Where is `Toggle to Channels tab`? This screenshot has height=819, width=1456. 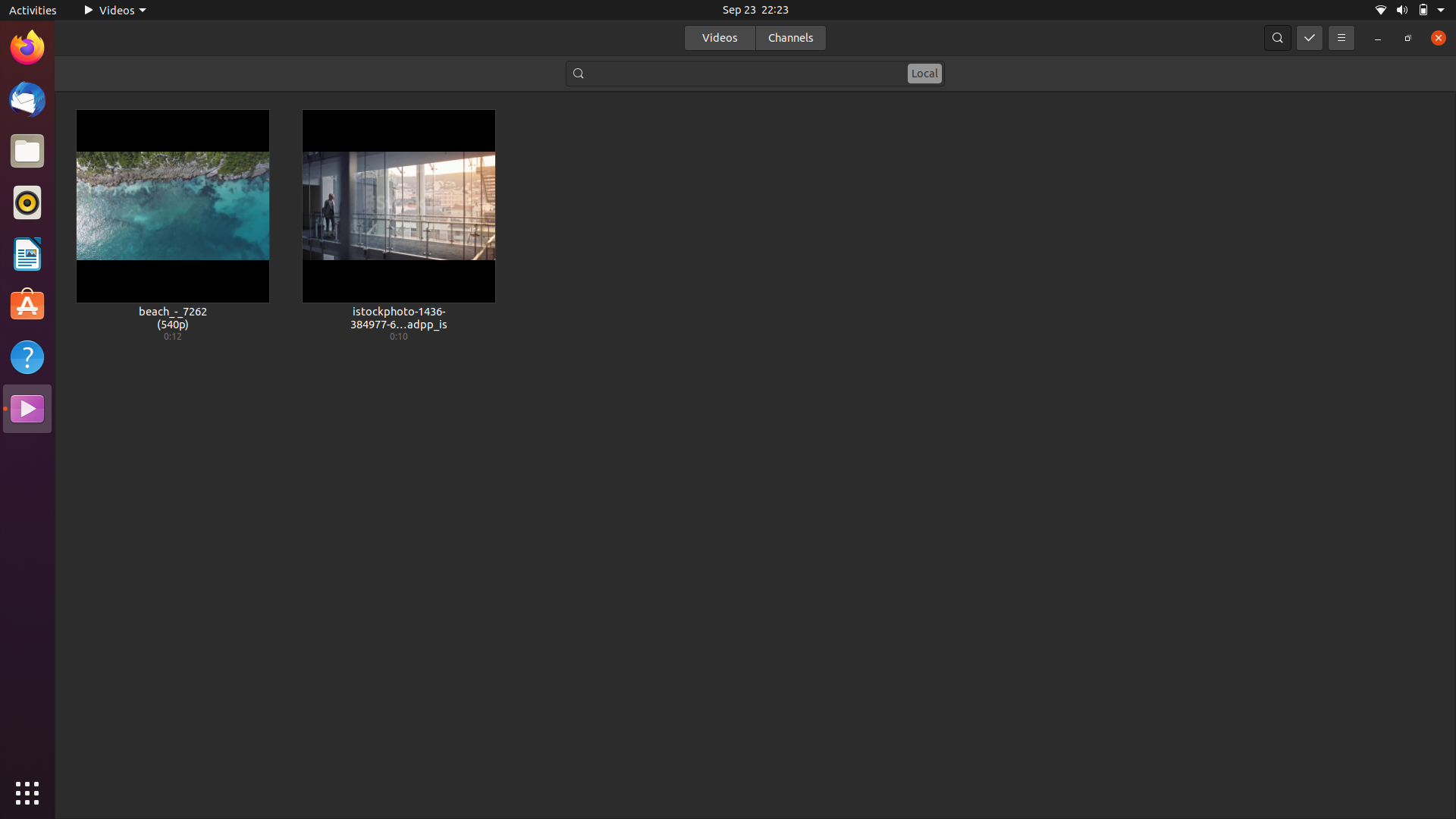
Toggle to Channels tab is located at coordinates (789, 36).